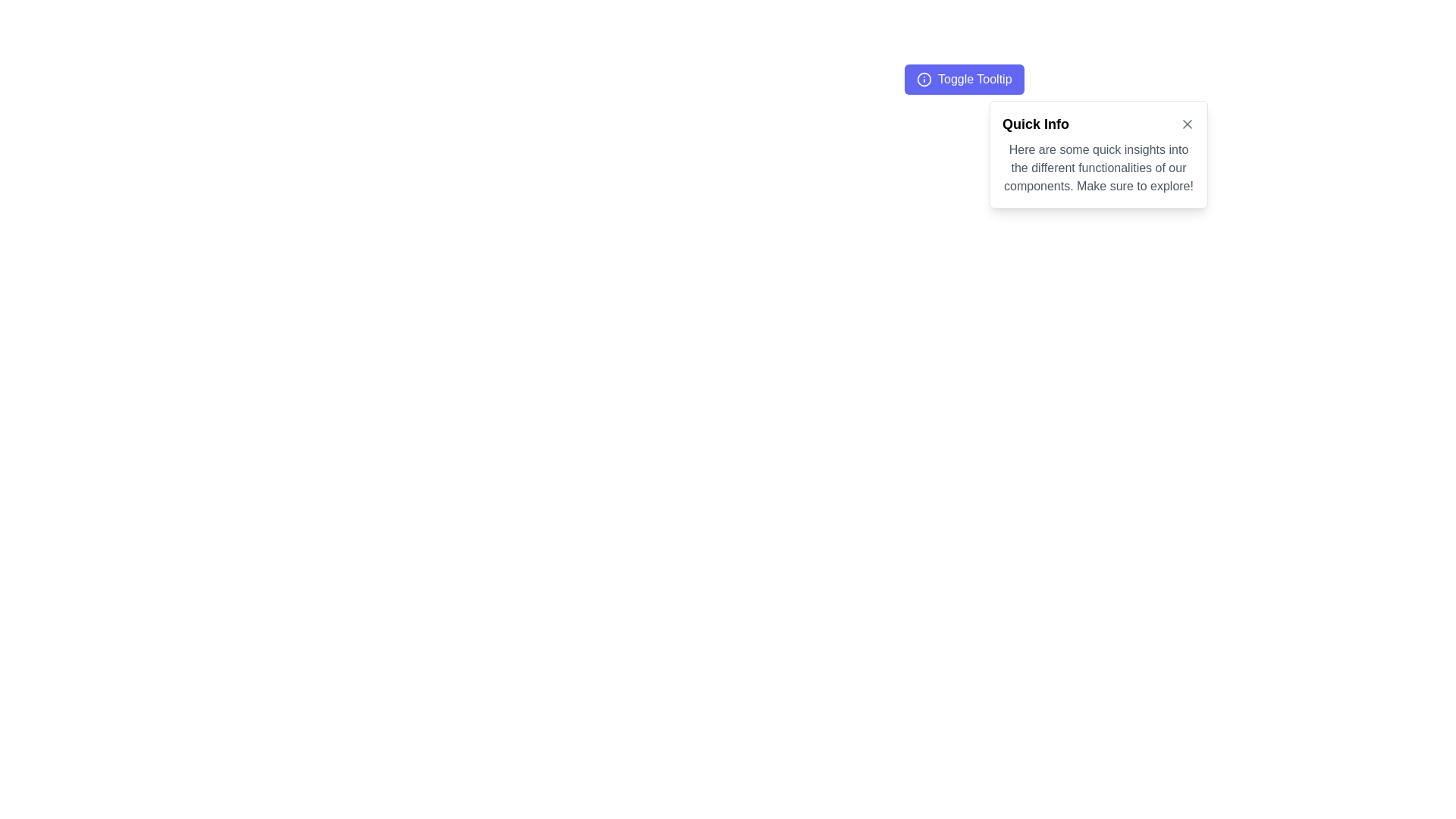  What do you see at coordinates (1035, 124) in the screenshot?
I see `the Text Label that serves as the header for the tooltip, positioned inside a tooltip slightly to the right of the 'Toggle Tooltip' button` at bounding box center [1035, 124].